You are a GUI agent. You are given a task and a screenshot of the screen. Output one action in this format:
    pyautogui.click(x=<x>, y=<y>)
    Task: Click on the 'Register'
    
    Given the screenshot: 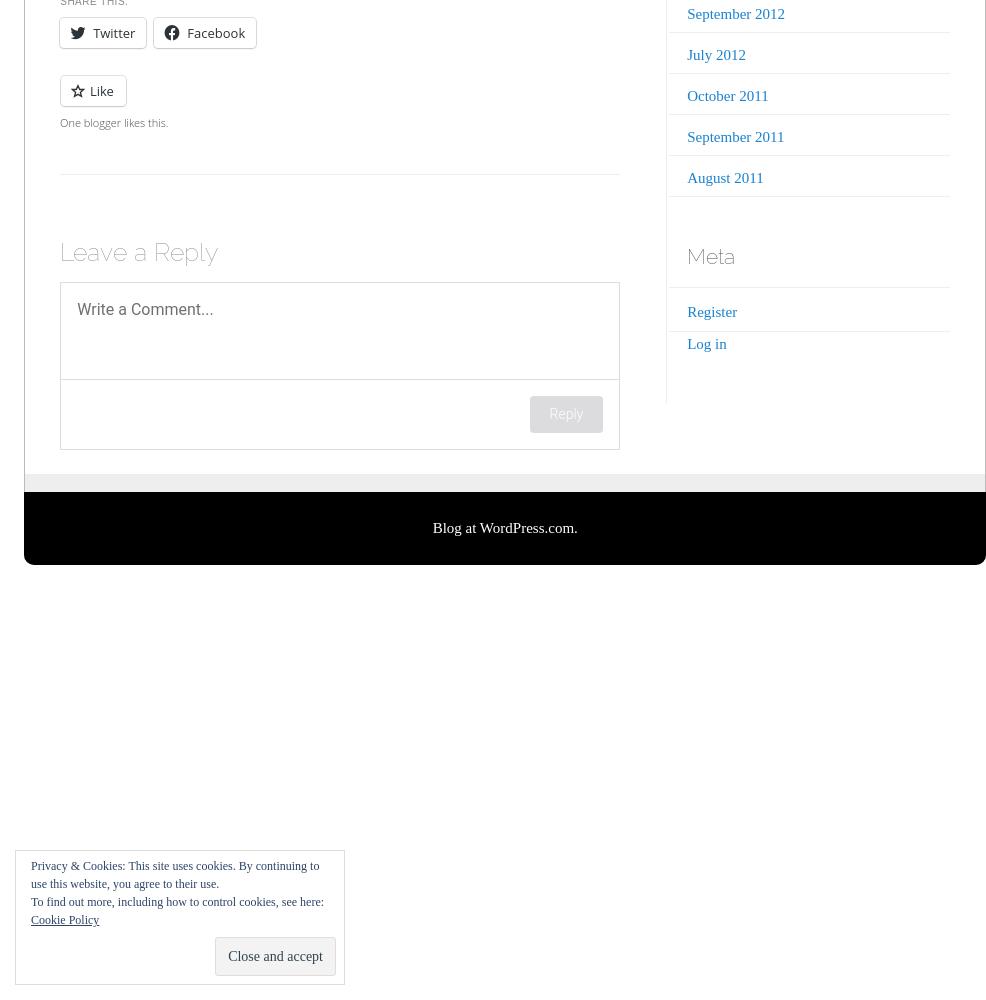 What is the action you would take?
    pyautogui.click(x=710, y=312)
    